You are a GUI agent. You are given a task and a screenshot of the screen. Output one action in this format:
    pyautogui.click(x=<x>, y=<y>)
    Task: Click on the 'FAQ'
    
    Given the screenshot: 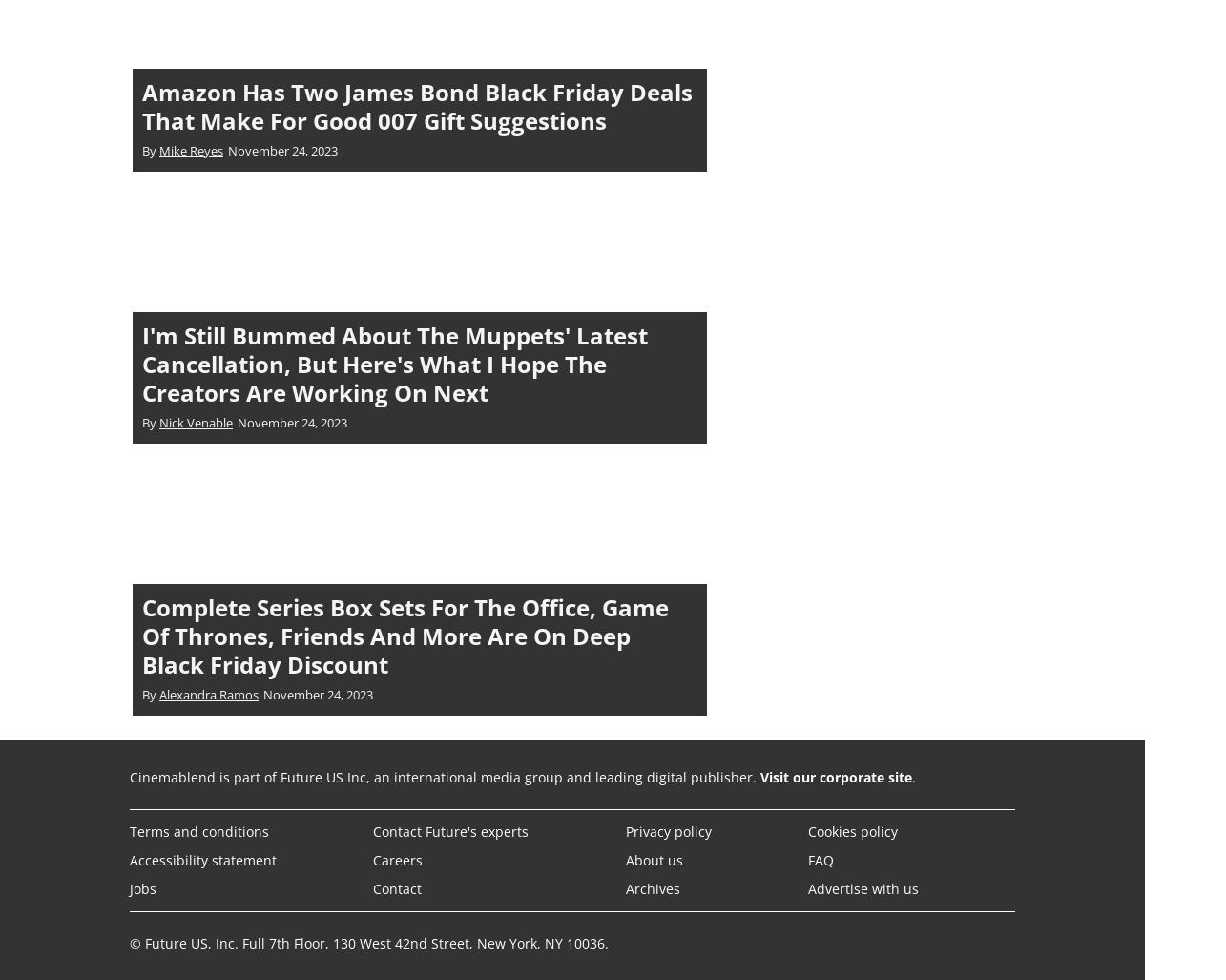 What is the action you would take?
    pyautogui.click(x=820, y=858)
    